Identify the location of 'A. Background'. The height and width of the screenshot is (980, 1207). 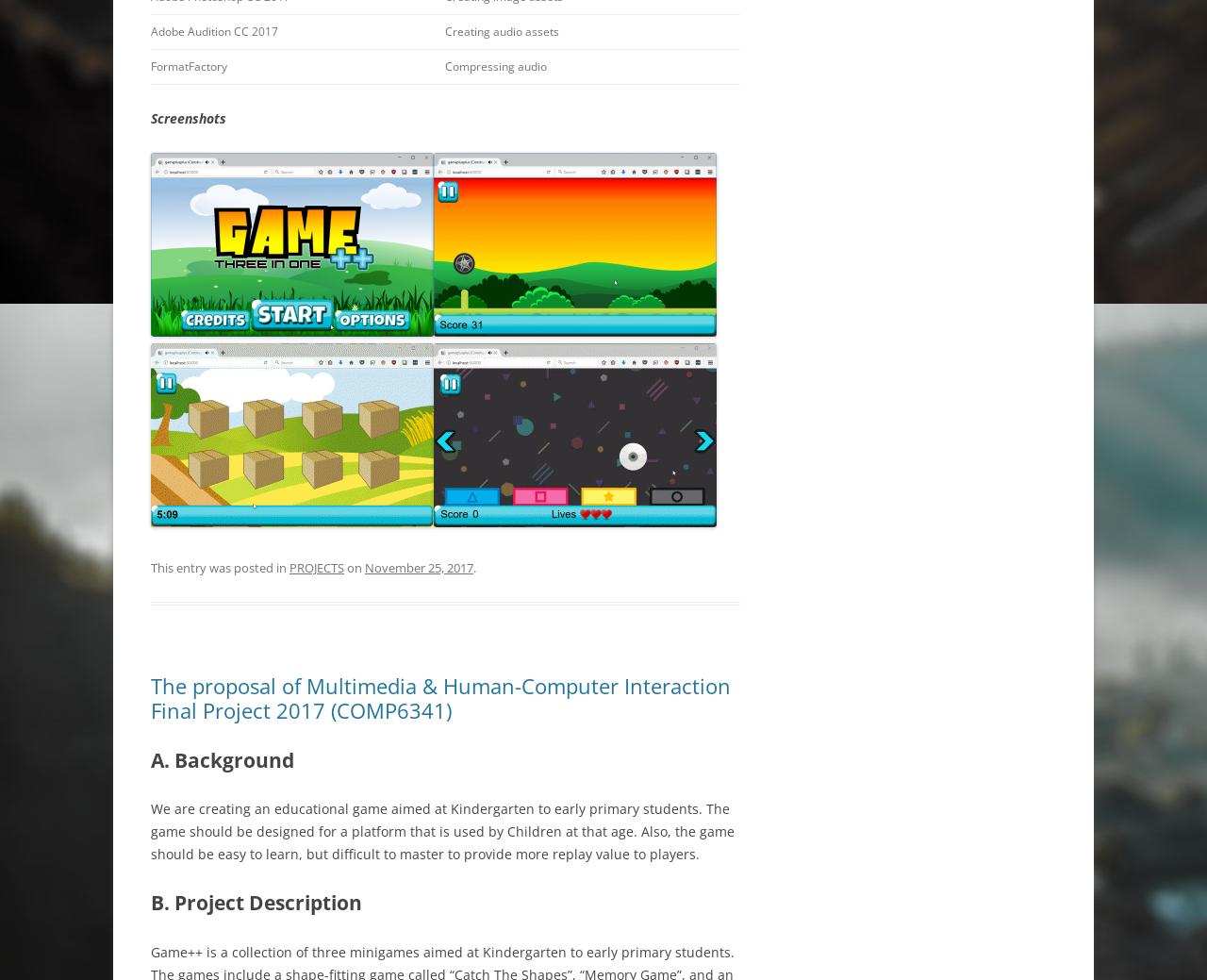
(151, 758).